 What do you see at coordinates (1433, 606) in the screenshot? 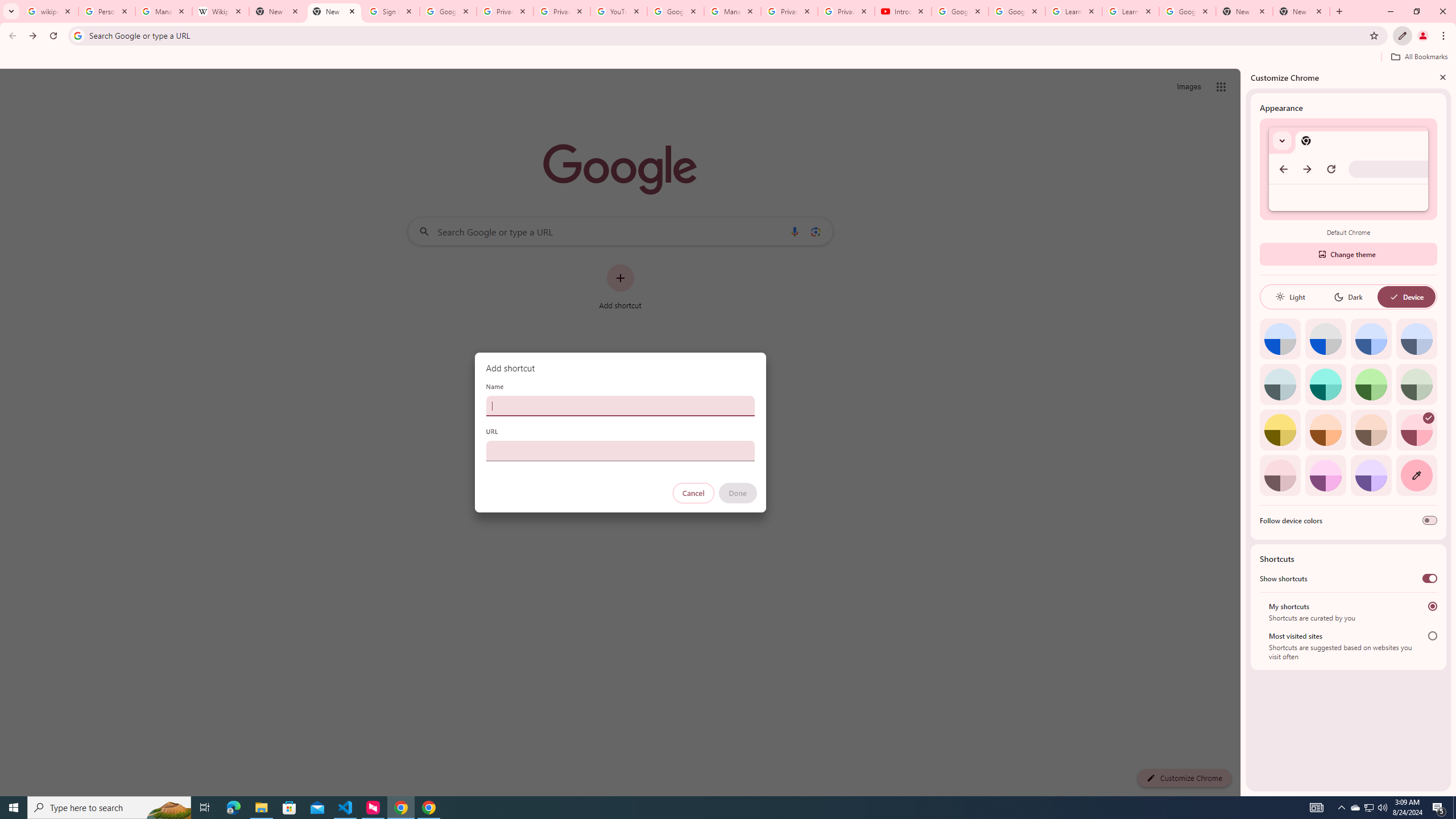
I see `'My shortcuts'` at bounding box center [1433, 606].